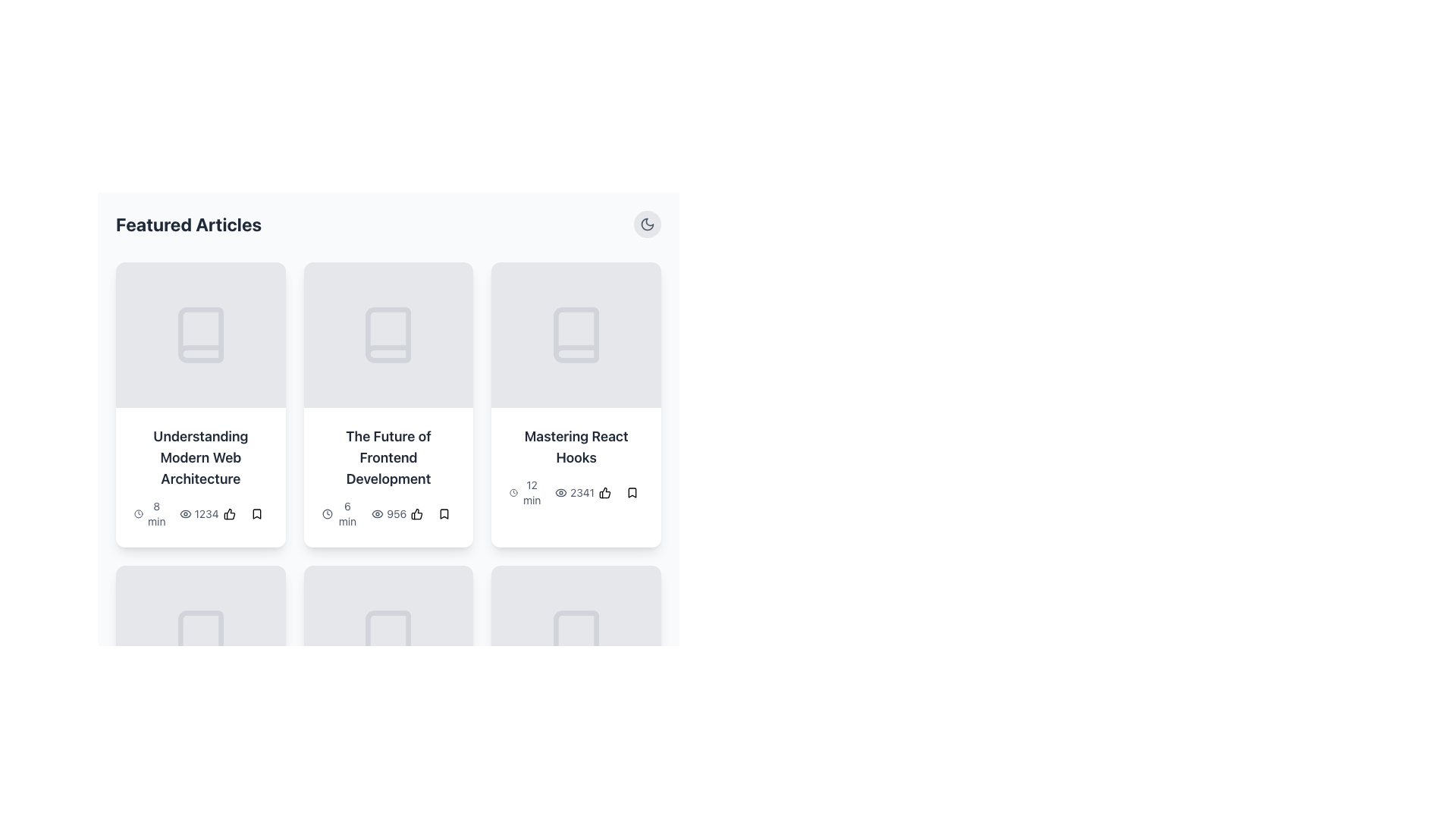 This screenshot has width=1456, height=819. What do you see at coordinates (619, 493) in the screenshot?
I see `the bookmark icon located in the lower-right section of the 'Mastering React Hooks' card, which is part of a composite UI element containing two icons with a decorative dot` at bounding box center [619, 493].